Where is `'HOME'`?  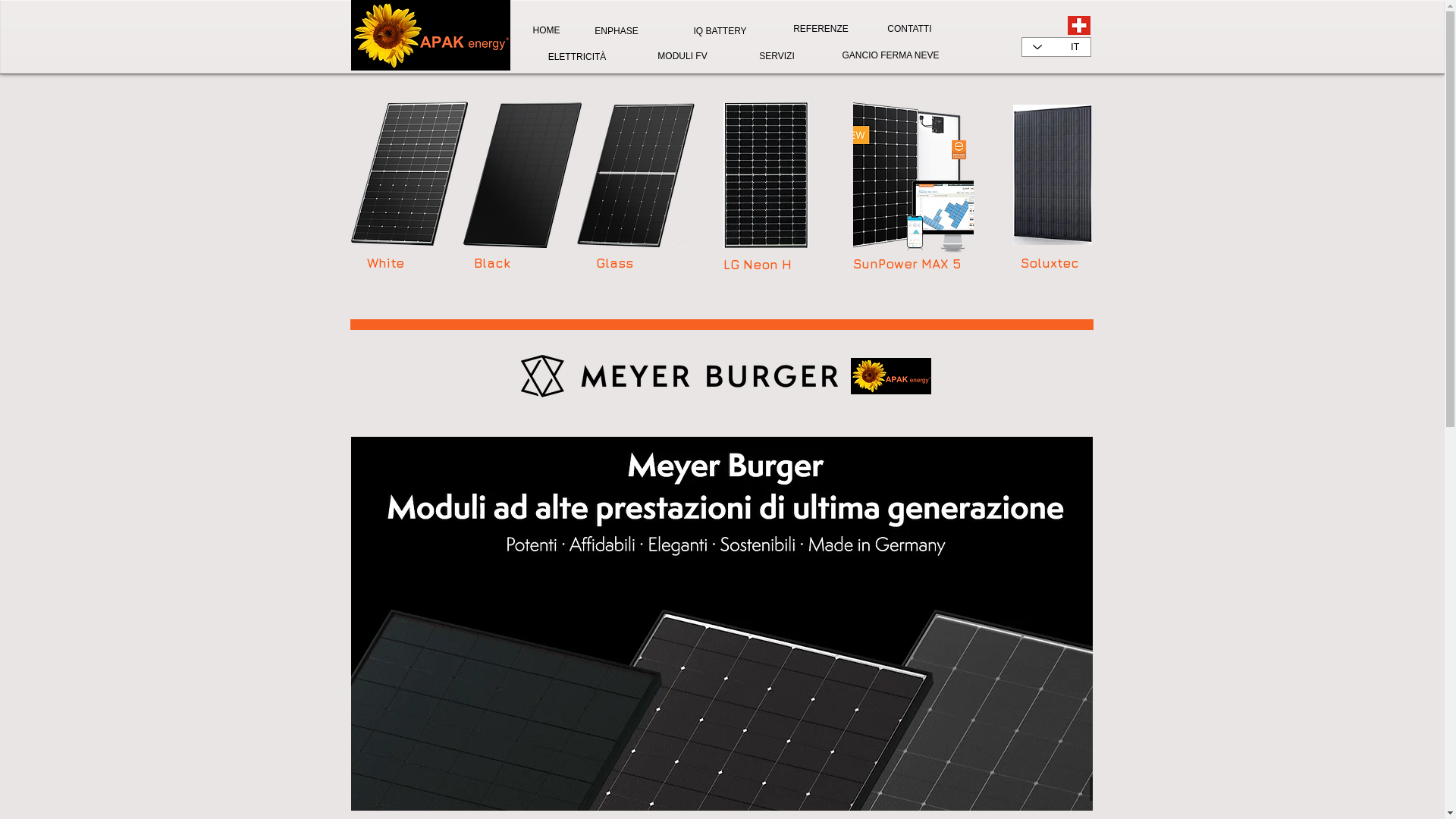
'HOME' is located at coordinates (546, 30).